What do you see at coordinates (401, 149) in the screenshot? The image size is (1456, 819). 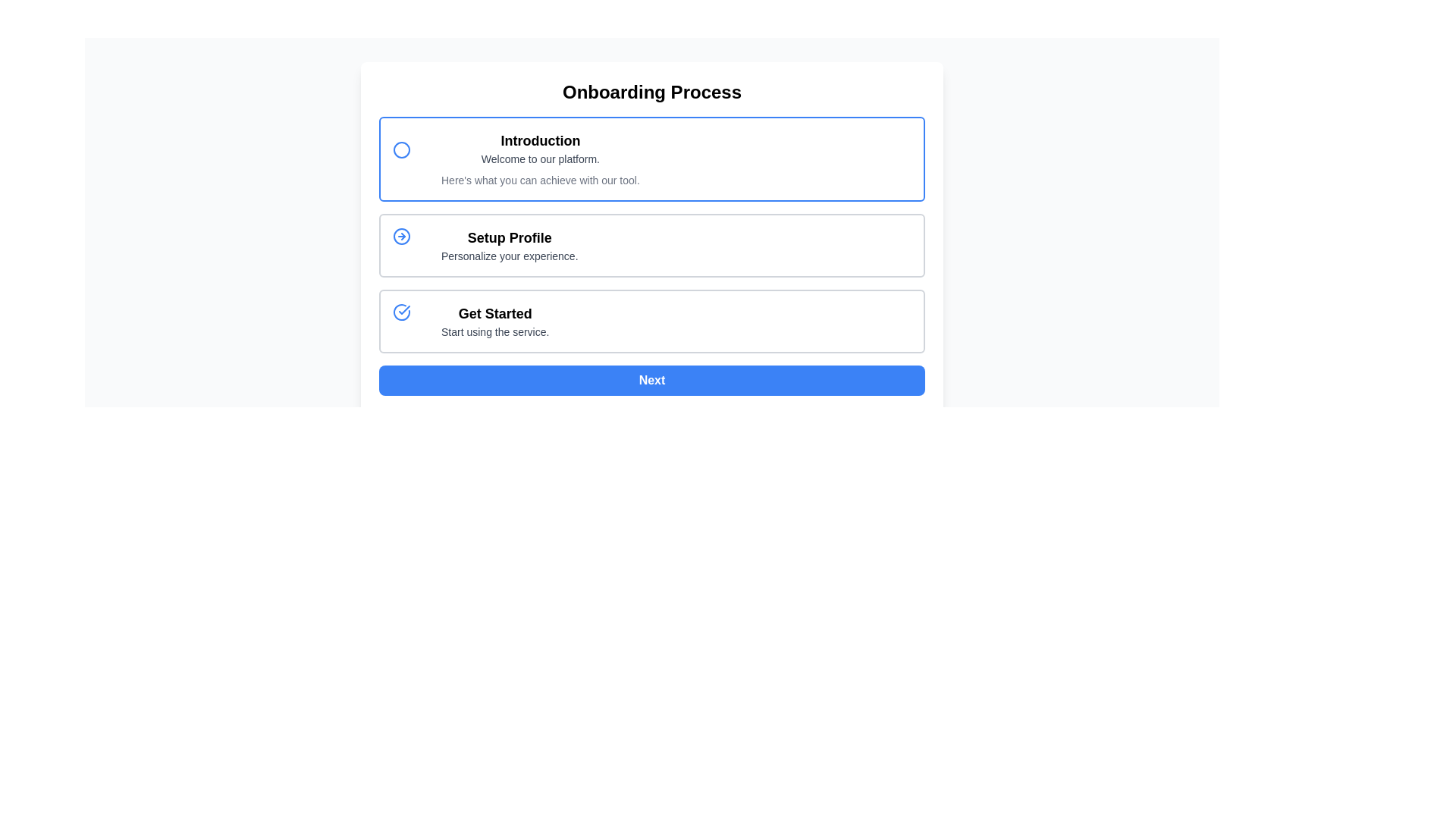 I see `the circular icon with a blue border located at the top-left of the 'Introduction' section in the onboarding process interface` at bounding box center [401, 149].